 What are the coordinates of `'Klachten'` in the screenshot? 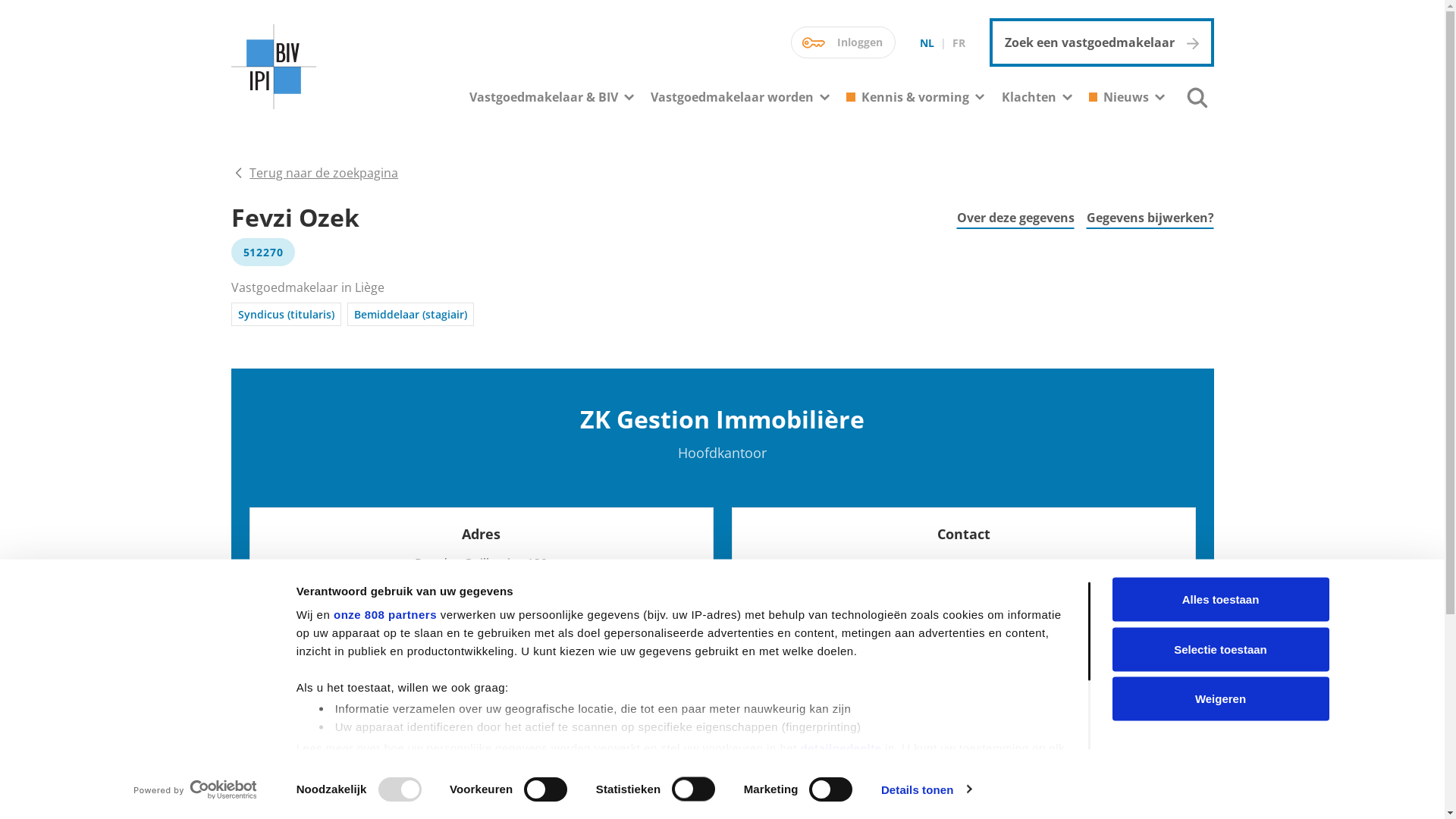 It's located at (1029, 96).